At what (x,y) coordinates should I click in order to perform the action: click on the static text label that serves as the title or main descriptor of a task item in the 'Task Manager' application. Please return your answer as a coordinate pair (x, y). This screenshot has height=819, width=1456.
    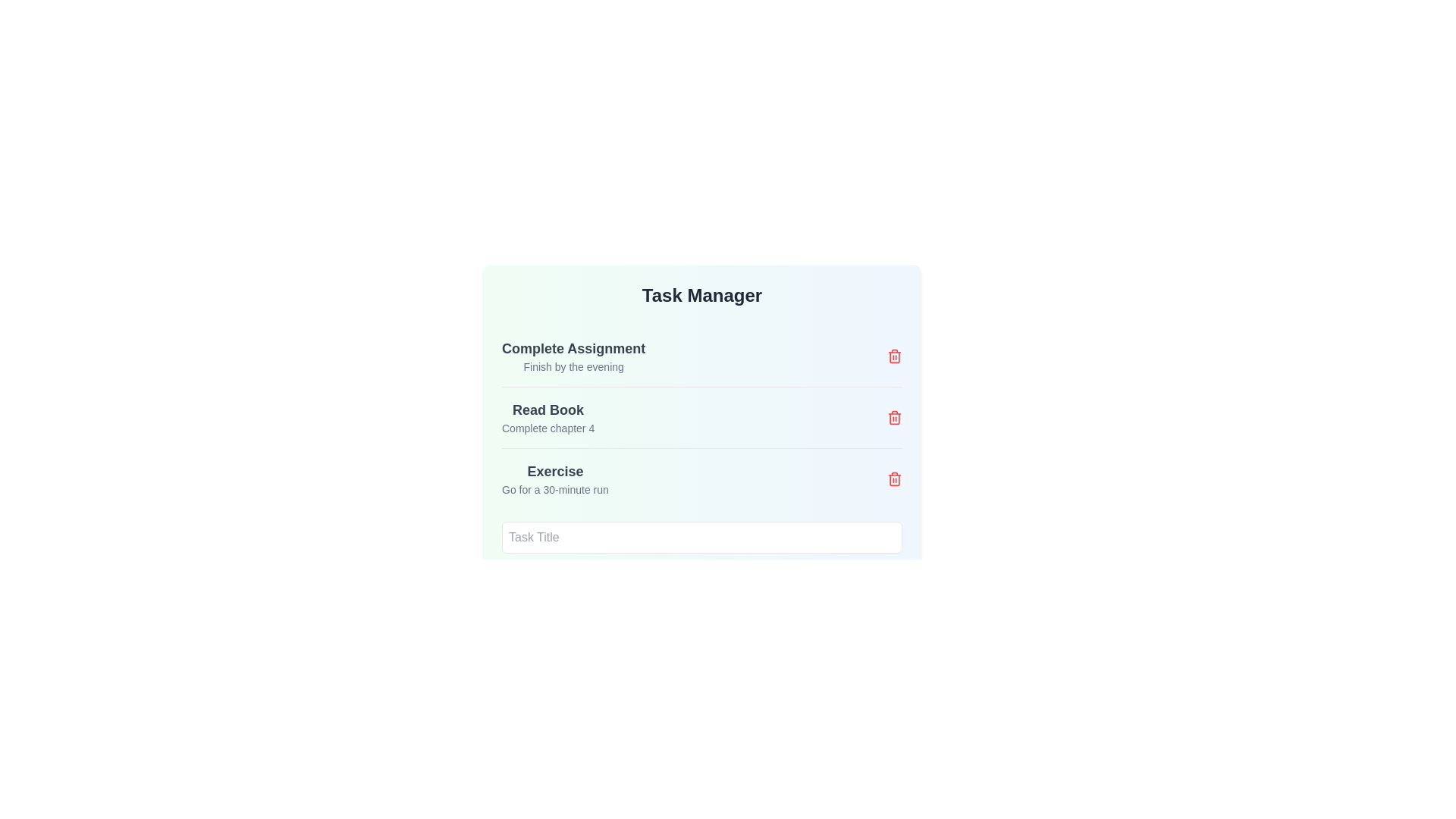
    Looking at the image, I should click on (554, 470).